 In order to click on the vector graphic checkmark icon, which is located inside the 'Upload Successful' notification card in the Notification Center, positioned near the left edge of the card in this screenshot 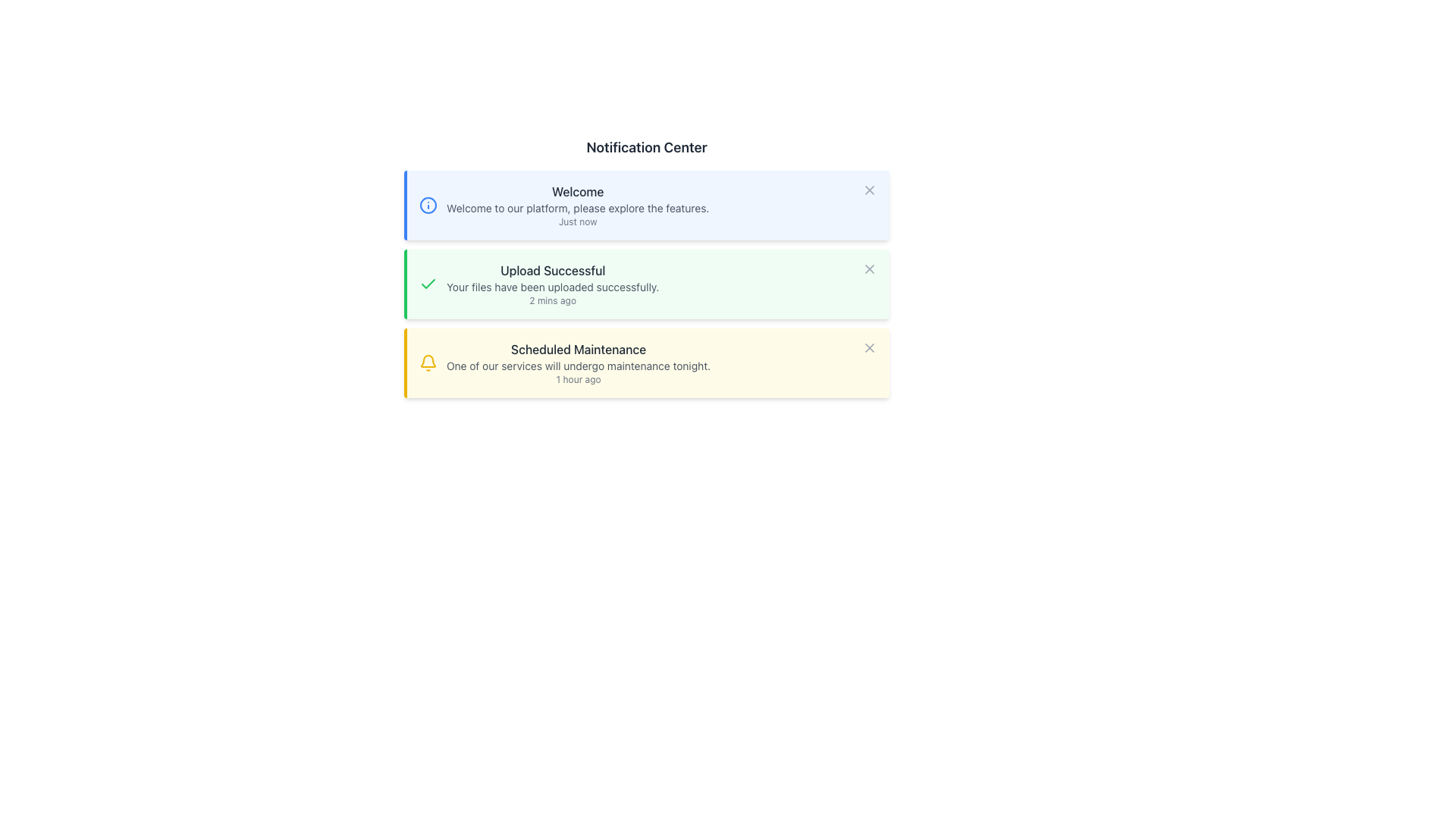, I will do `click(428, 284)`.